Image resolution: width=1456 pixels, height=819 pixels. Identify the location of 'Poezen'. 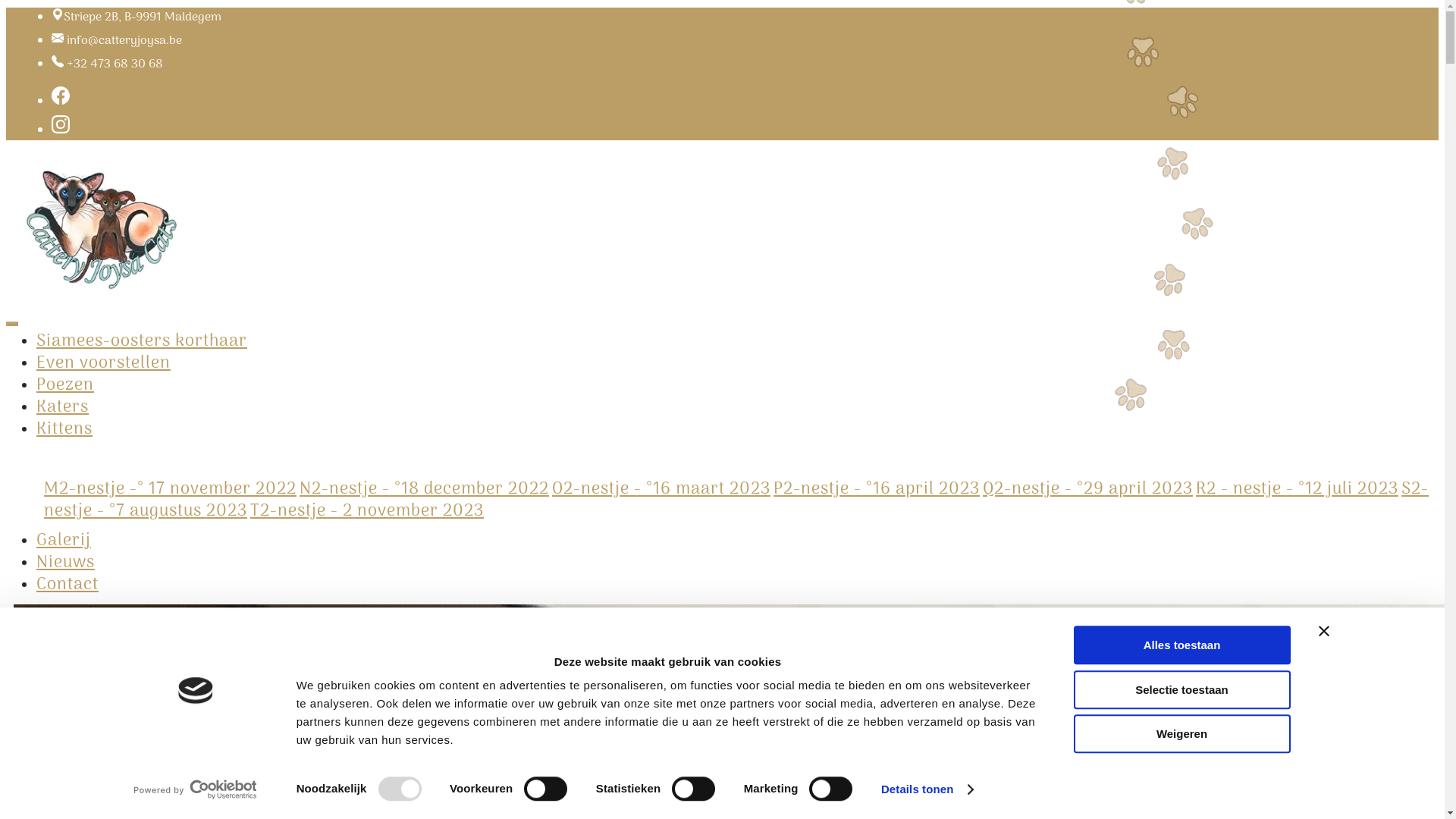
(64, 384).